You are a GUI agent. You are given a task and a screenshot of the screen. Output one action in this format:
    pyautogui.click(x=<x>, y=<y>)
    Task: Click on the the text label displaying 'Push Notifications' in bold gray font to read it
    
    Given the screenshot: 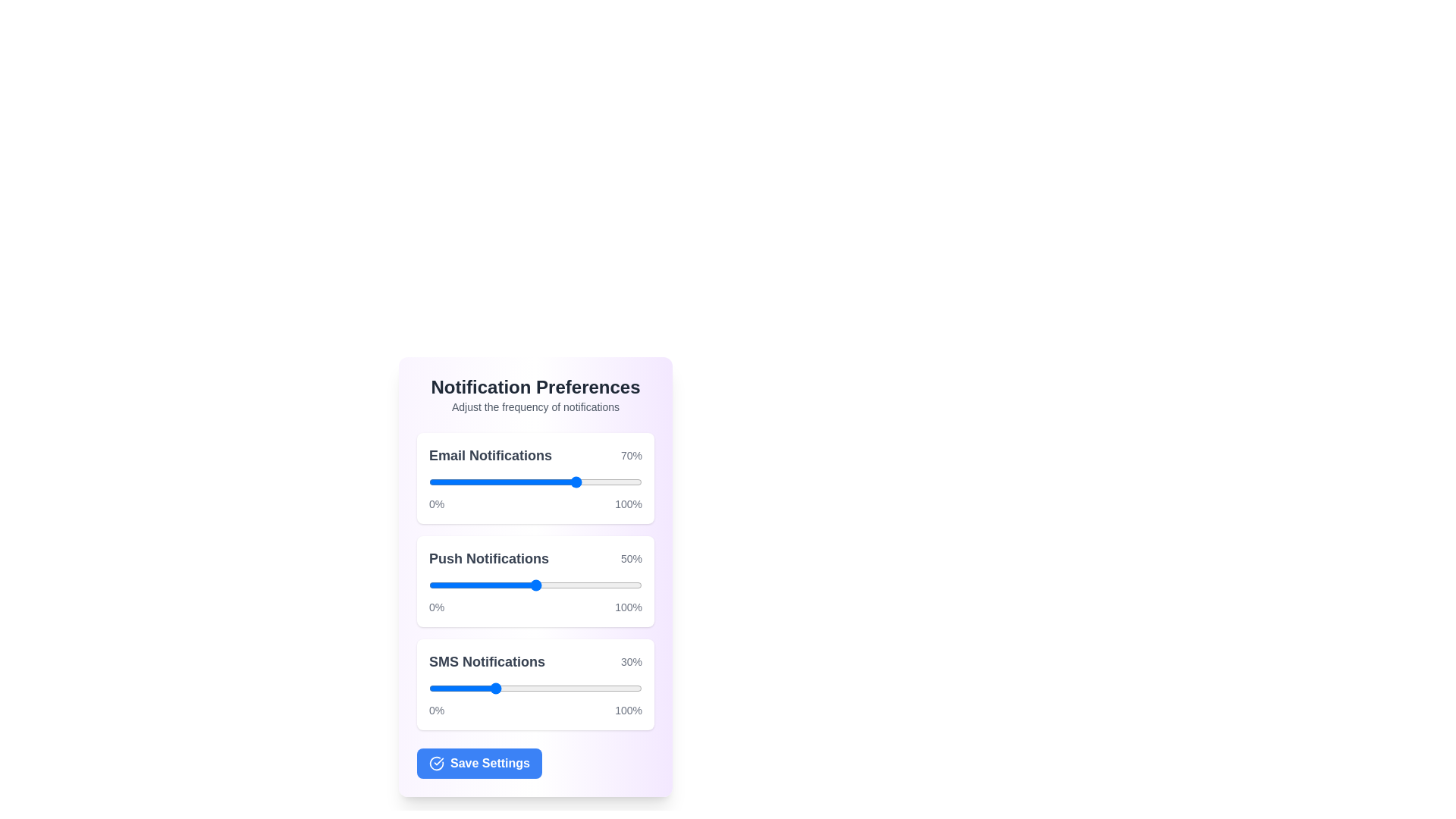 What is the action you would take?
    pyautogui.click(x=488, y=558)
    